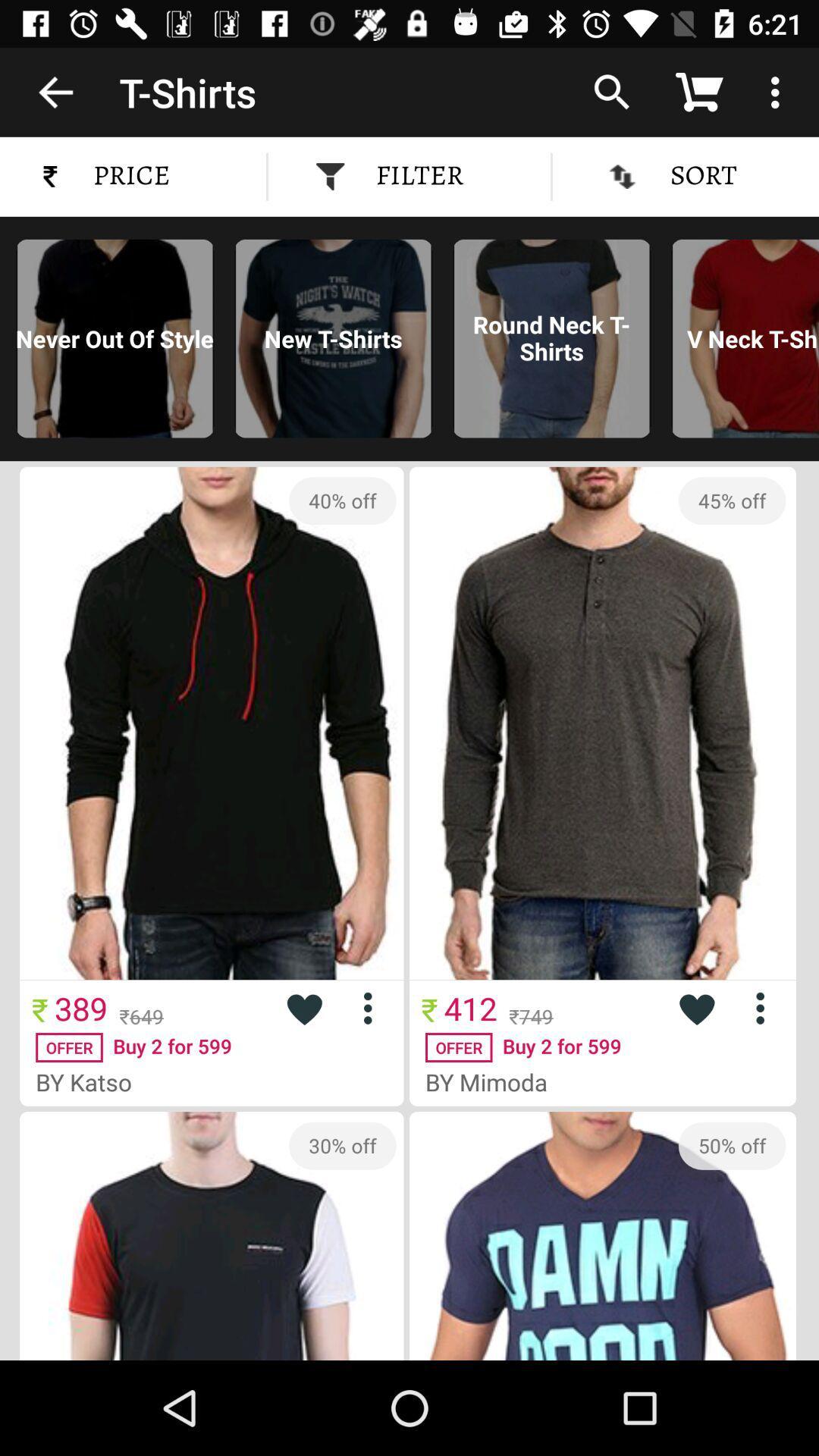 The image size is (819, 1456). What do you see at coordinates (304, 1008) in the screenshot?
I see `like this` at bounding box center [304, 1008].